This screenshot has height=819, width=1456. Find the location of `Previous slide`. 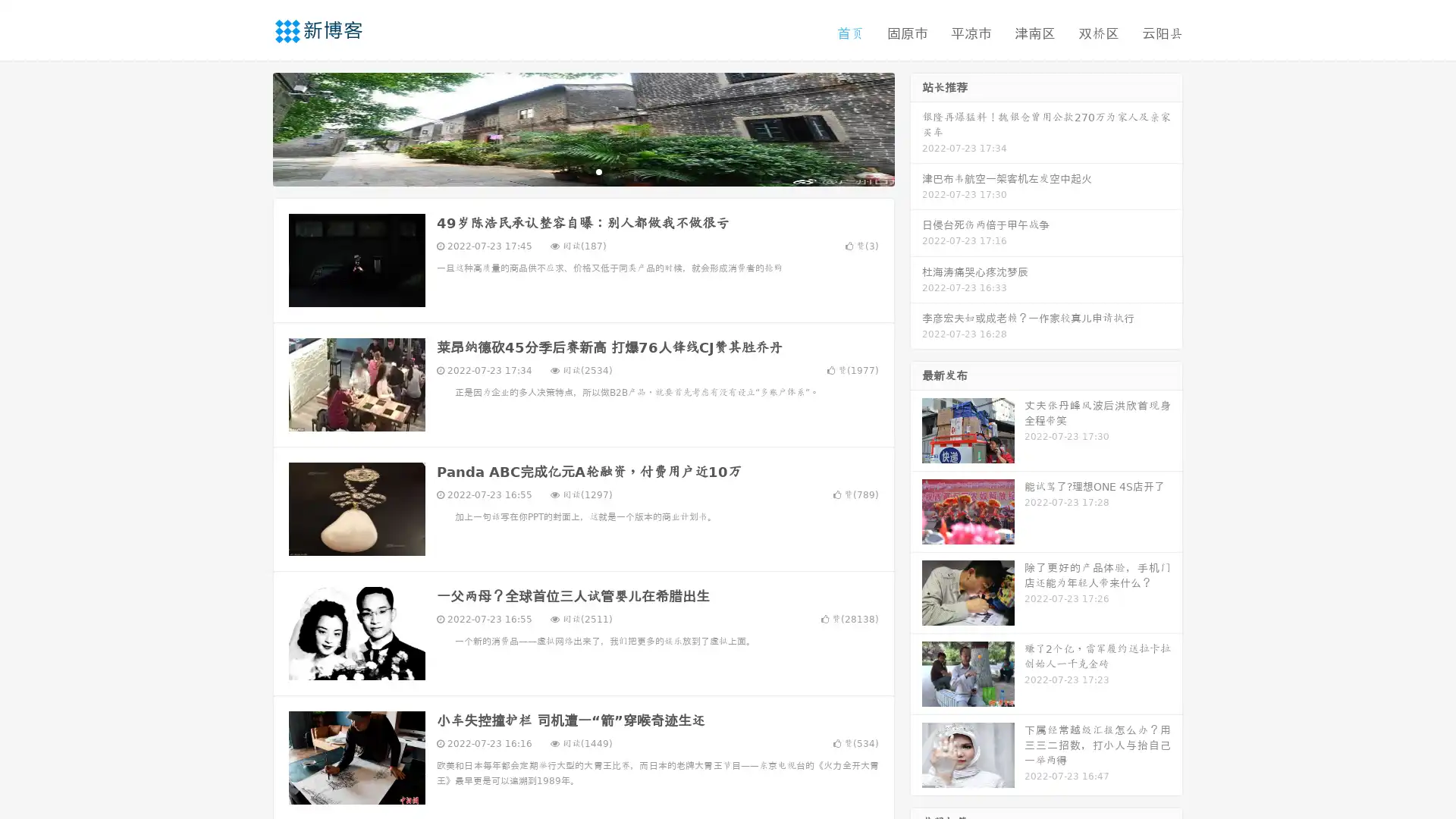

Previous slide is located at coordinates (250, 127).